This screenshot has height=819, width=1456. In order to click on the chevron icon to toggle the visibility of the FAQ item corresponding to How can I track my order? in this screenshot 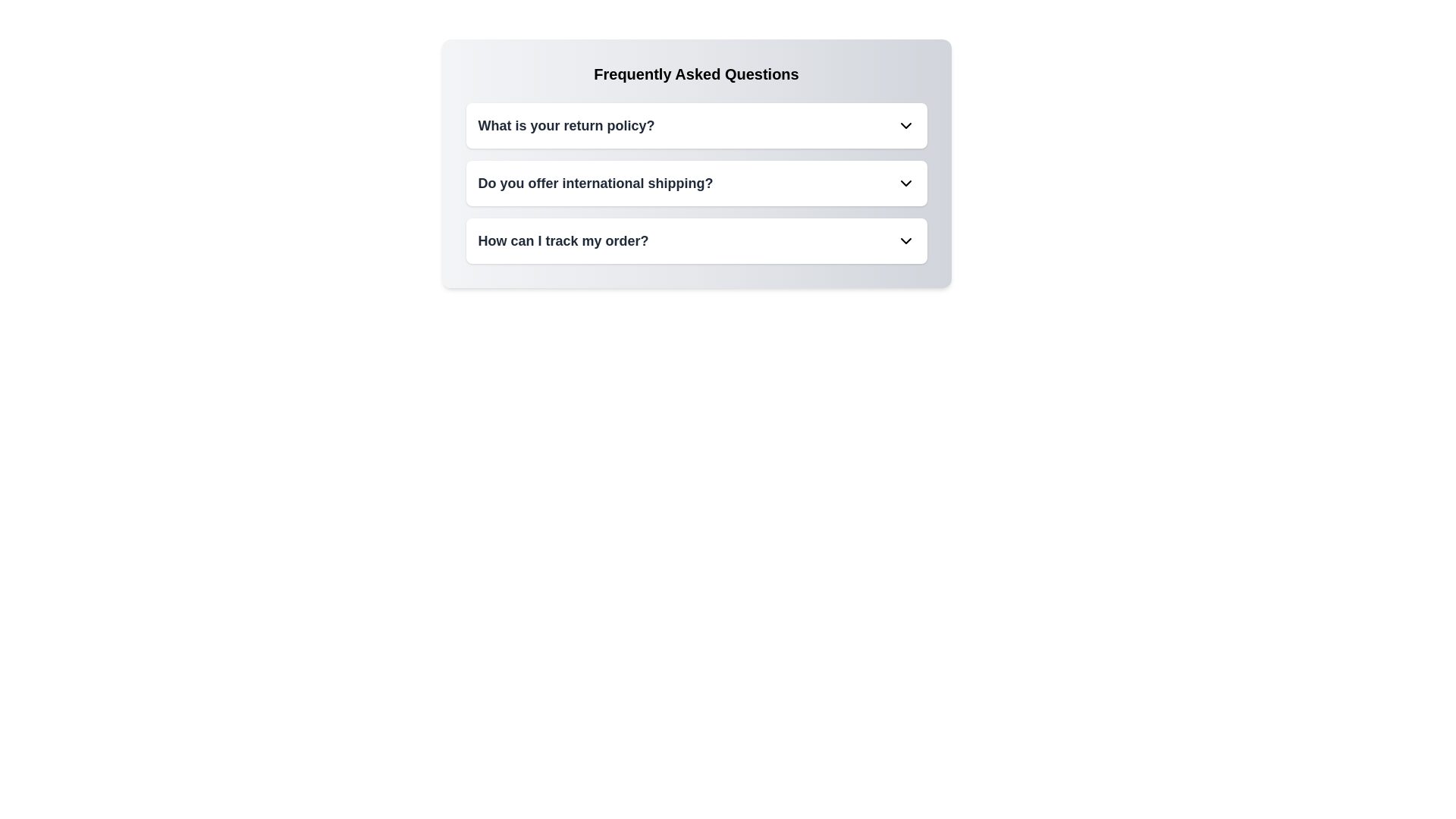, I will do `click(905, 240)`.